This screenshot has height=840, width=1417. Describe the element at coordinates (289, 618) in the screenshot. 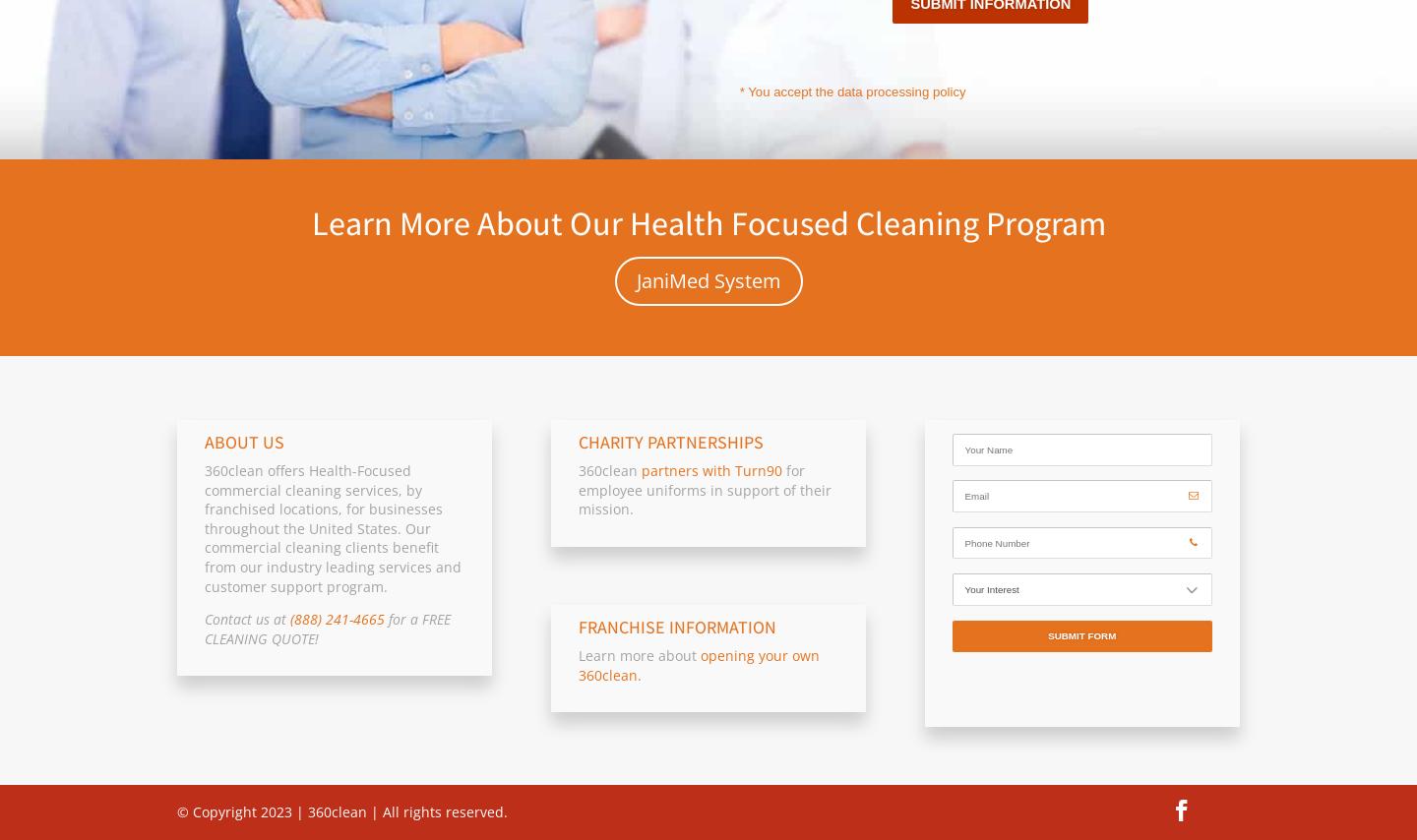

I see `'(888) 241-4665'` at that location.